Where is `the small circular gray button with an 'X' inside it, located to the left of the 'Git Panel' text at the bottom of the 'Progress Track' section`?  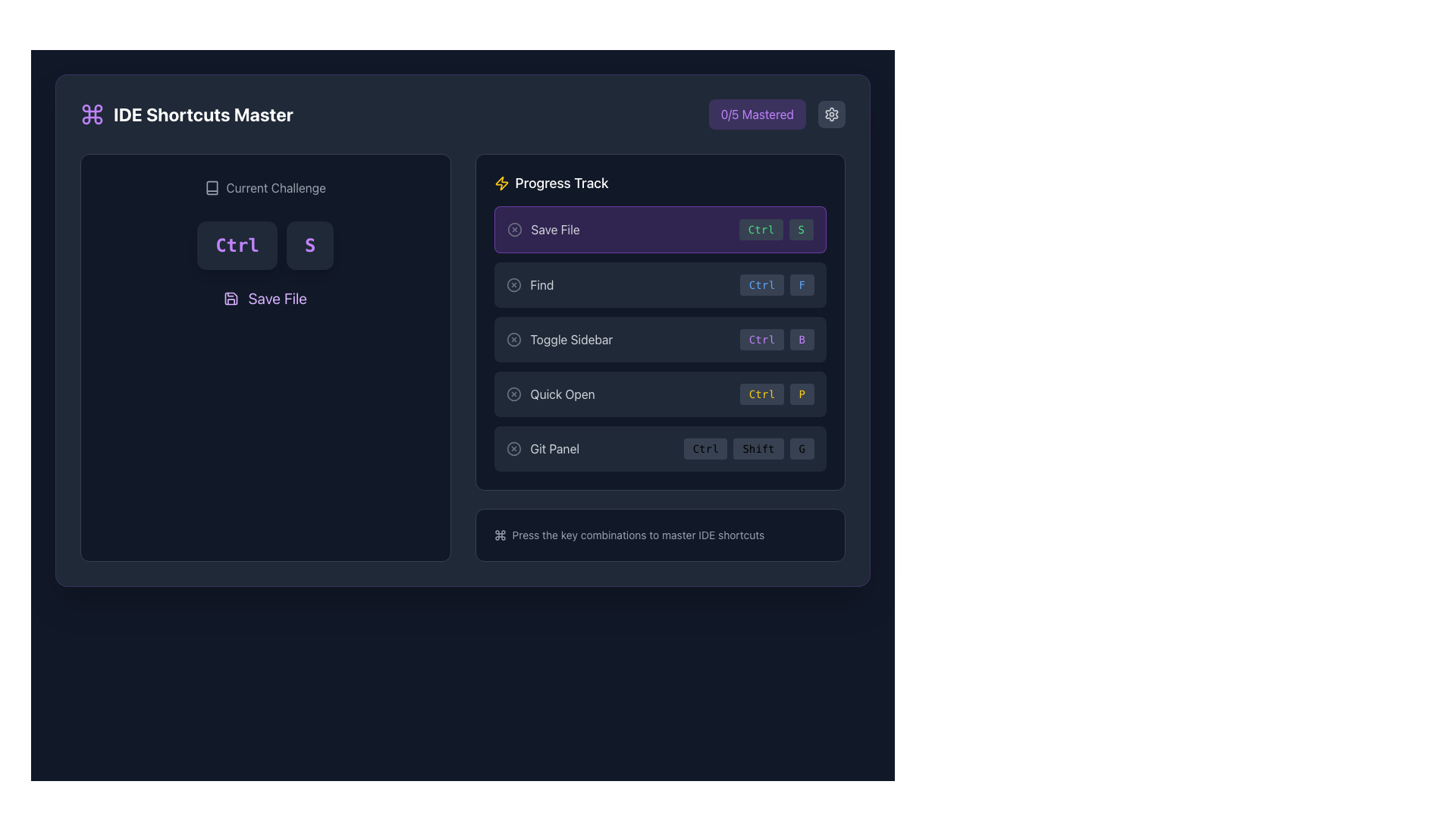
the small circular gray button with an 'X' inside it, located to the left of the 'Git Panel' text at the bottom of the 'Progress Track' section is located at coordinates (513, 447).